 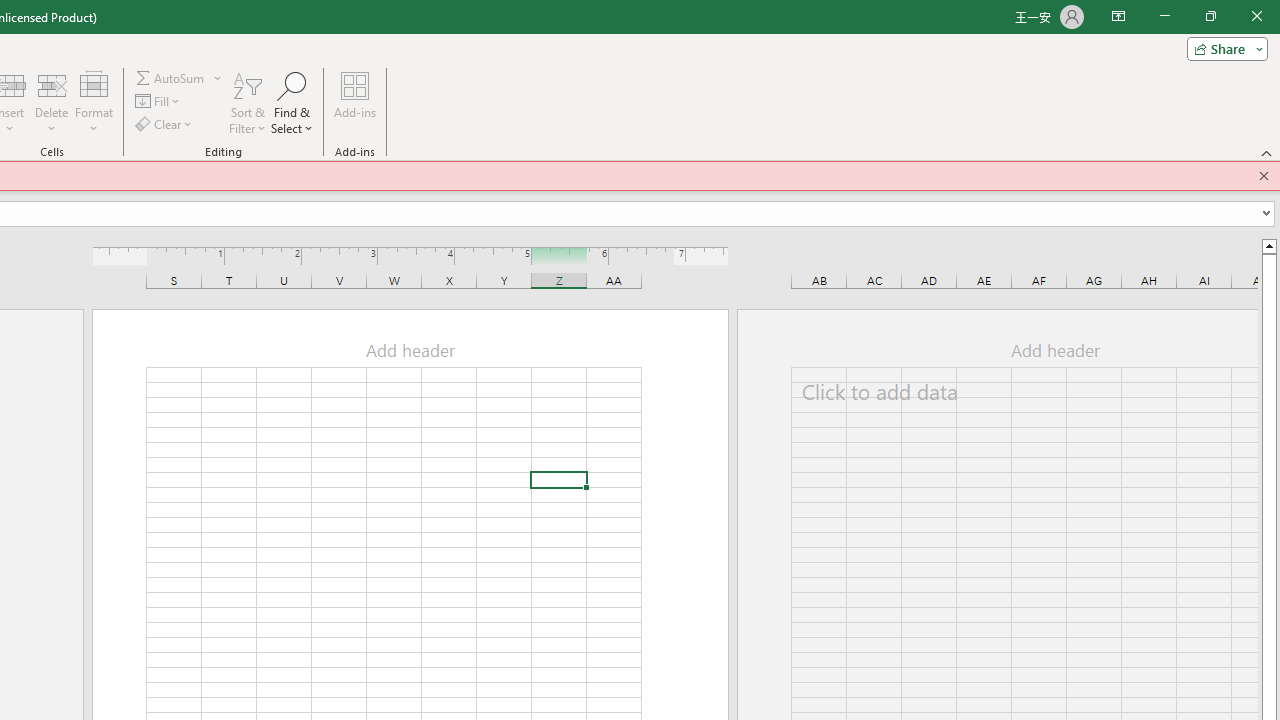 What do you see at coordinates (291, 103) in the screenshot?
I see `'Find & Select'` at bounding box center [291, 103].